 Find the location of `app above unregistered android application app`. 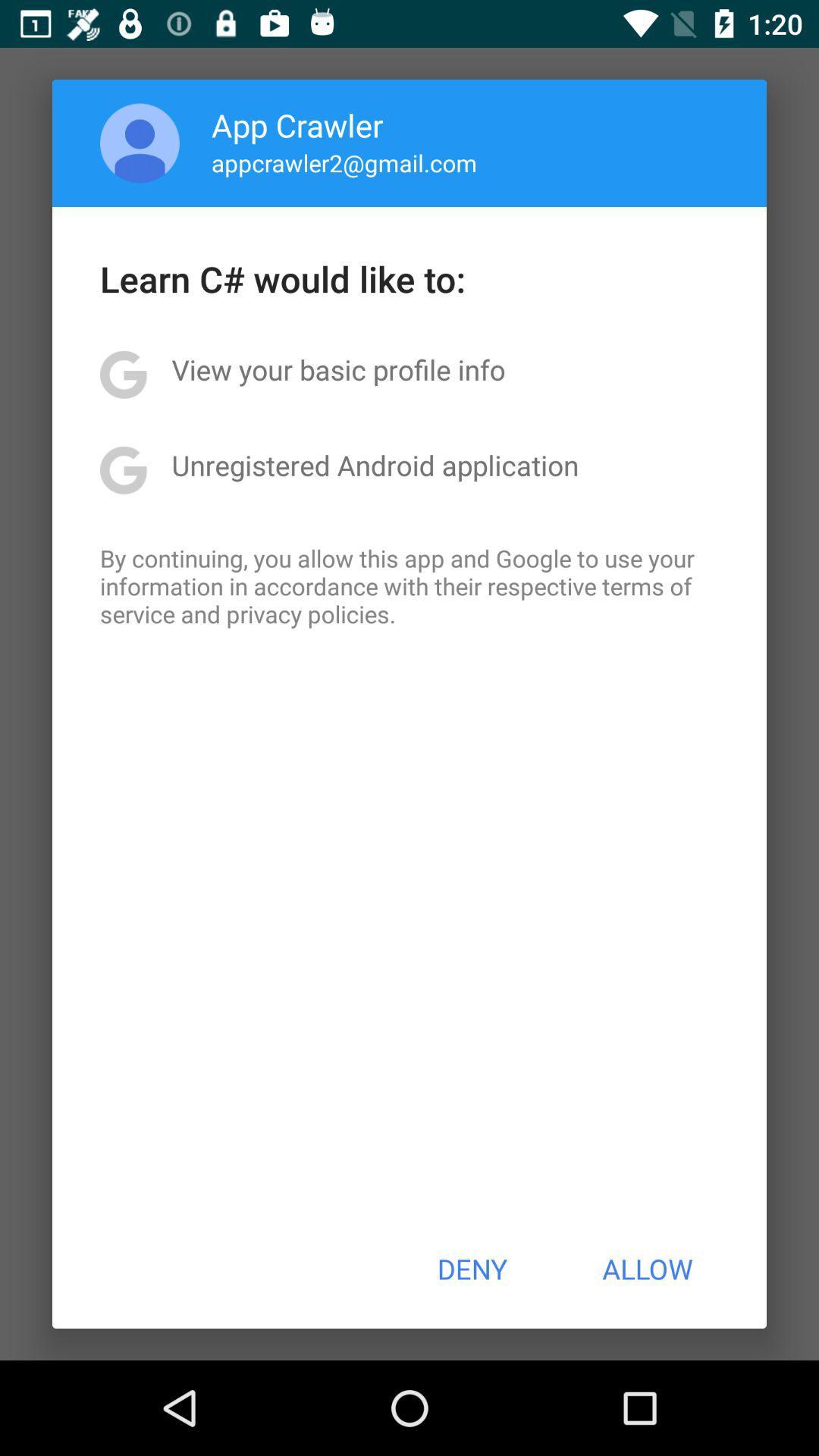

app above unregistered android application app is located at coordinates (337, 369).